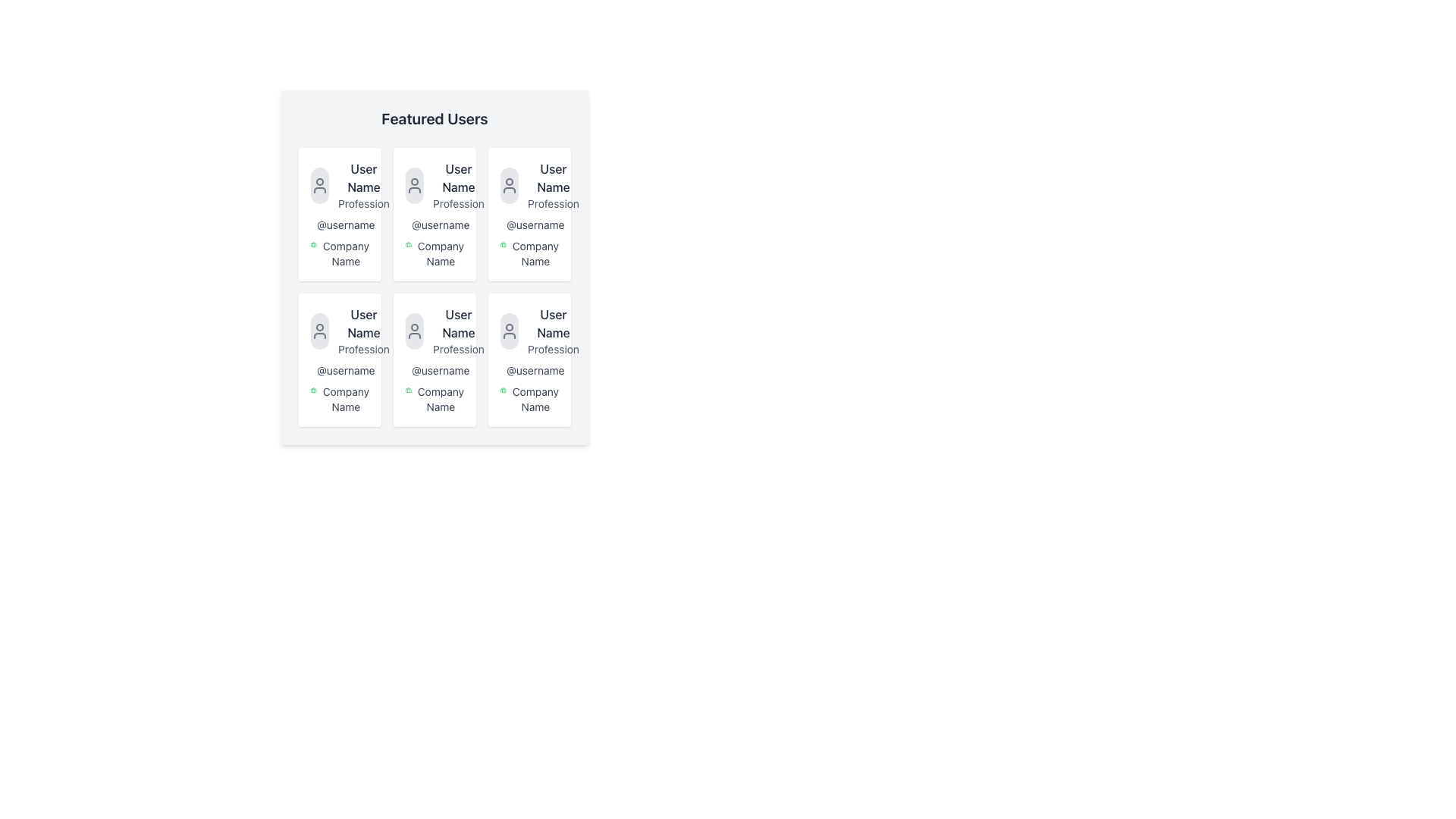 The width and height of the screenshot is (1456, 819). I want to click on the username text label located within the top-right user card of a grid layout, which displays the user's username and is recognized as clickable, though non-interactive in this context, so click(529, 225).